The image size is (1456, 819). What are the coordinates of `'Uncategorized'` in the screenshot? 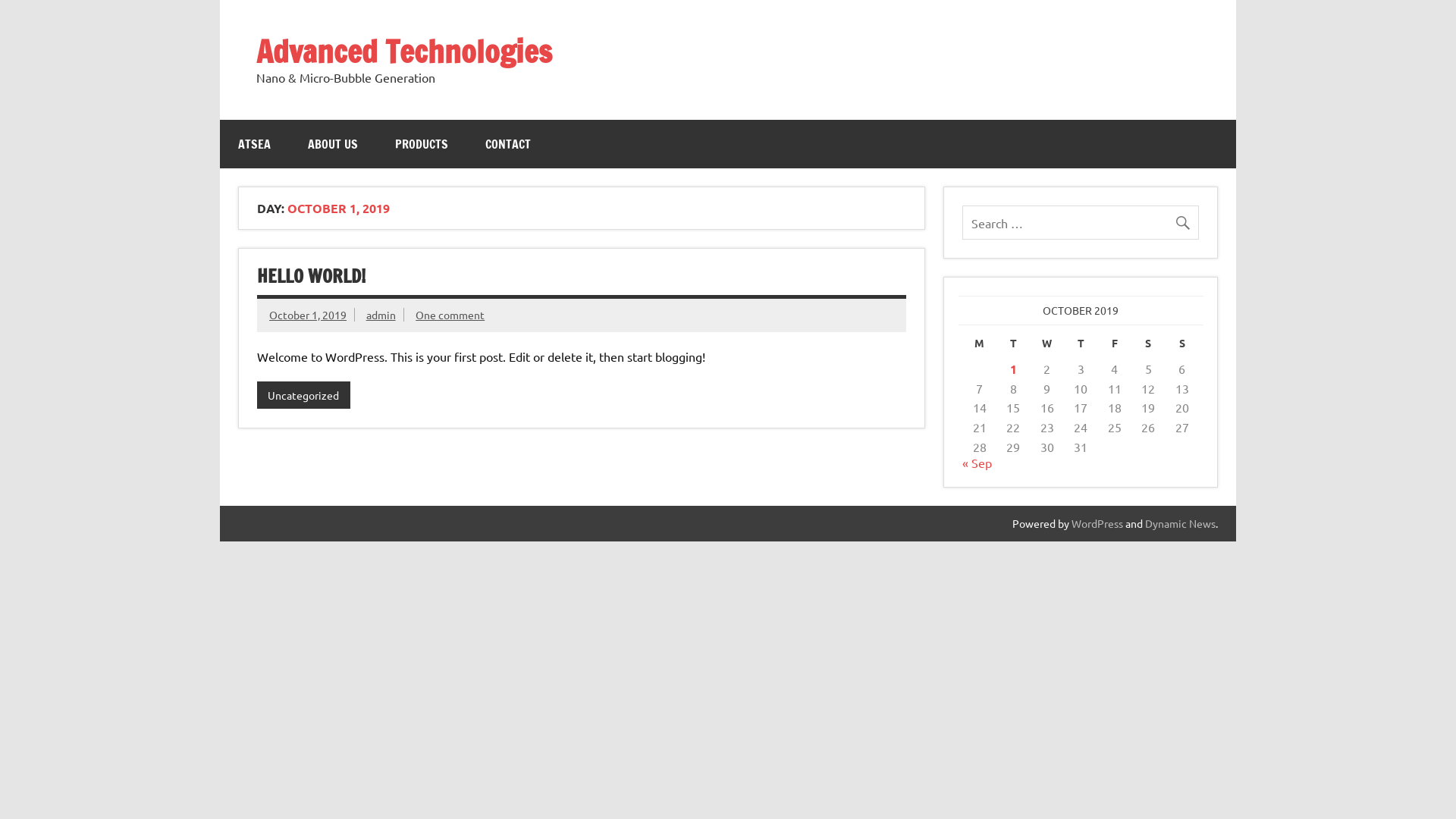 It's located at (303, 394).